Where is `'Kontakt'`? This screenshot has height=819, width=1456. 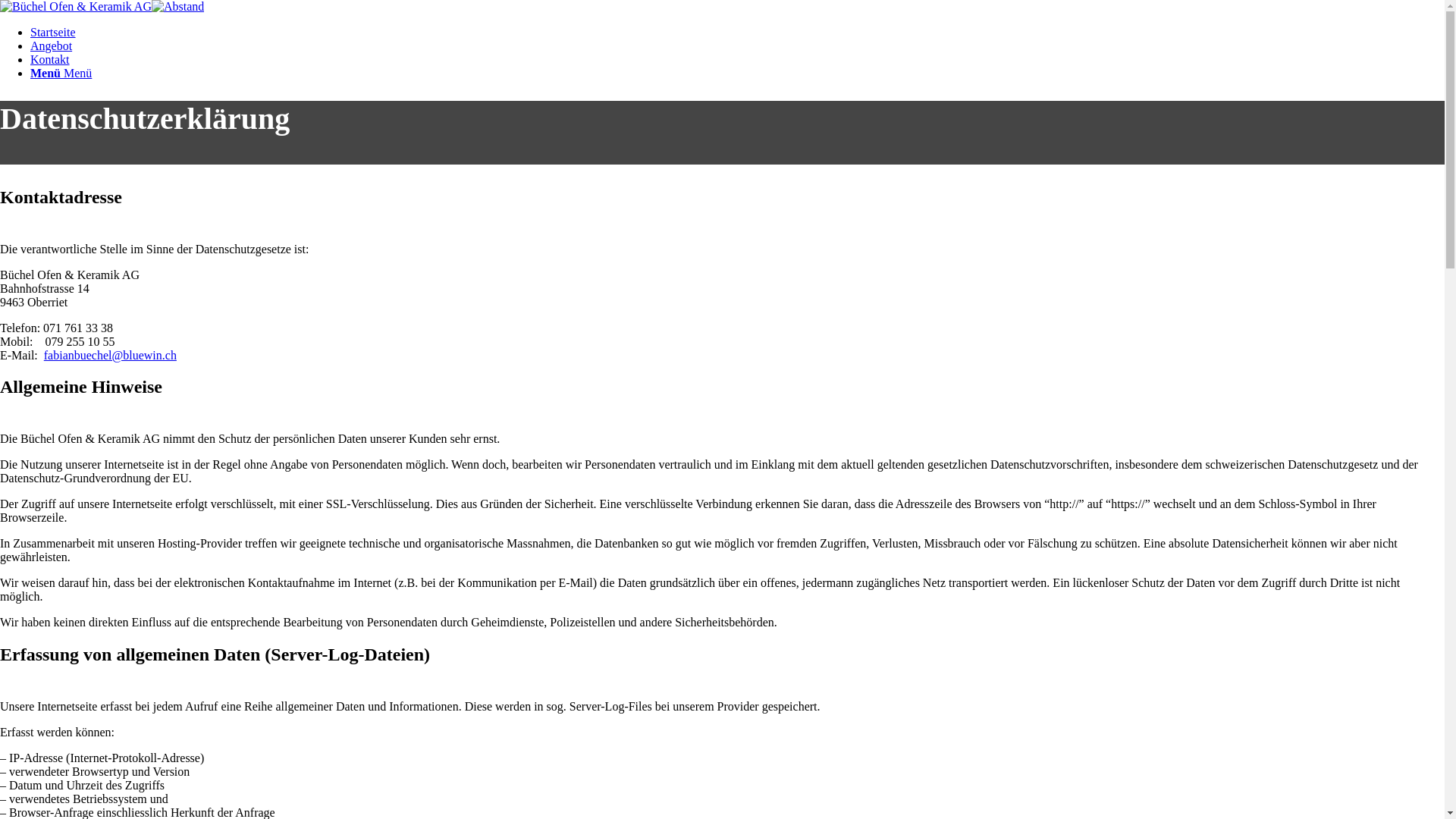 'Kontakt' is located at coordinates (30, 58).